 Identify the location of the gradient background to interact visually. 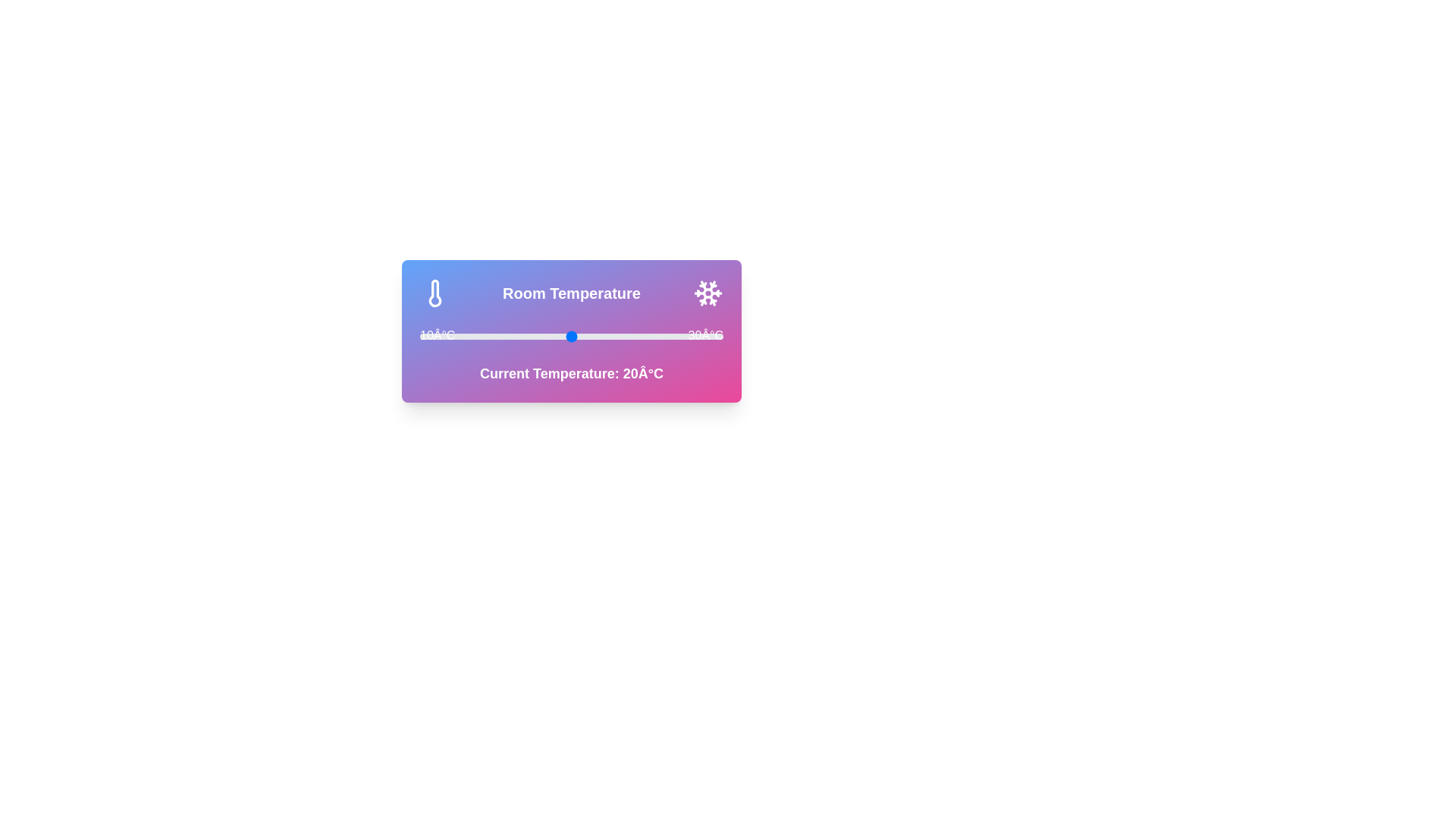
(570, 330).